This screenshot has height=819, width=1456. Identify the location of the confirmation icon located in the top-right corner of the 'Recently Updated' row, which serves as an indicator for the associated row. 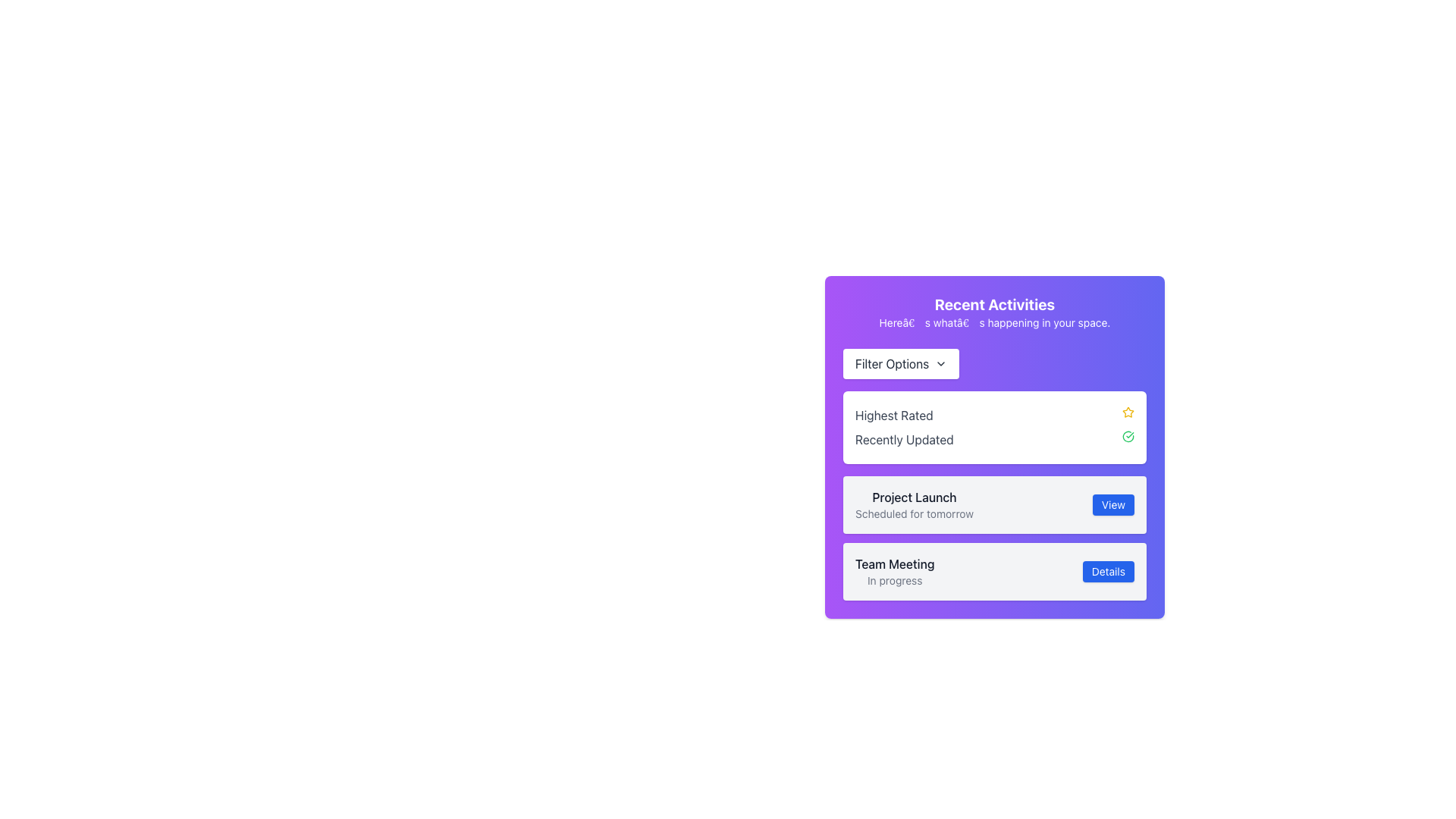
(1128, 436).